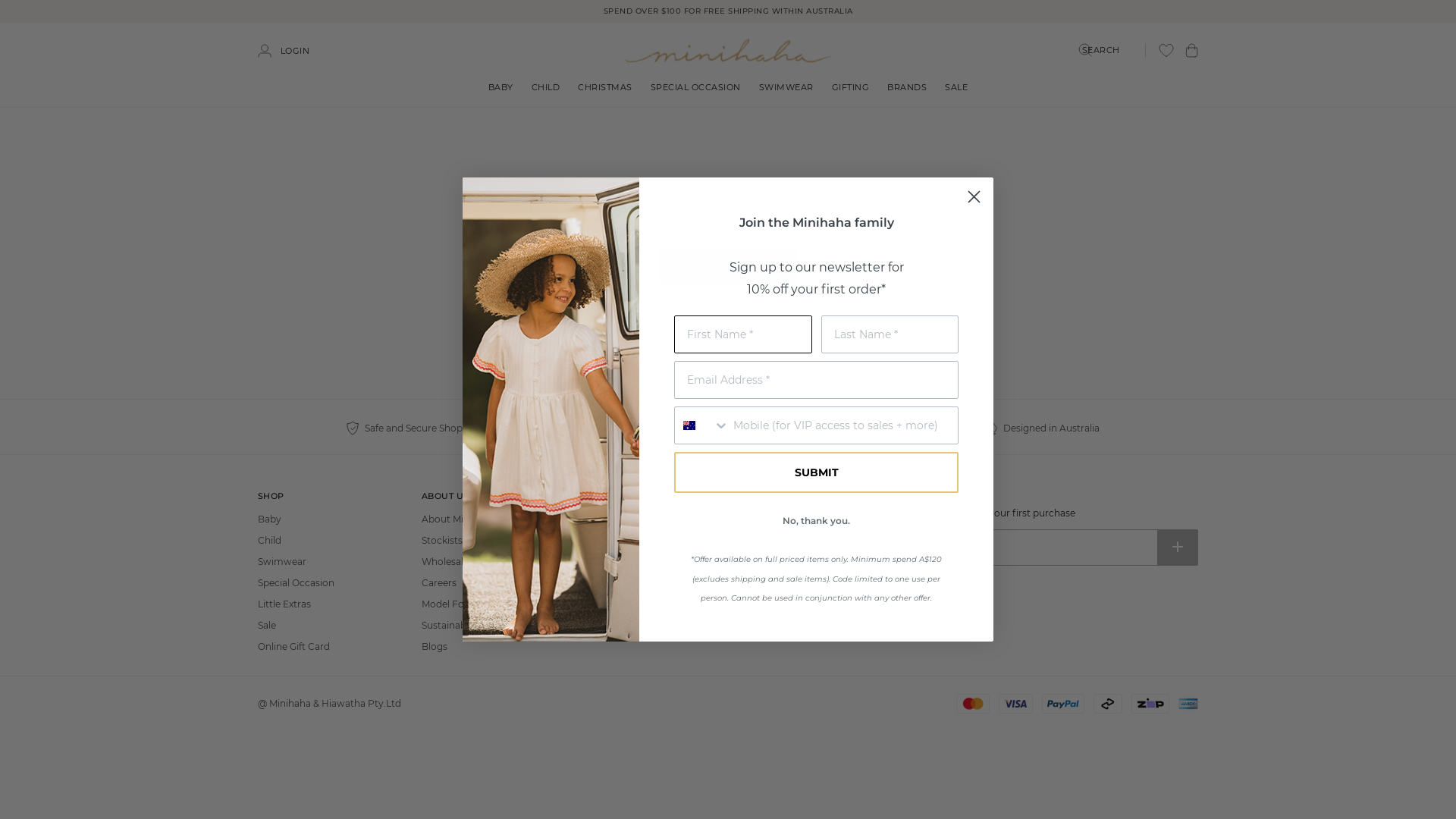  What do you see at coordinates (695, 84) in the screenshot?
I see `'SPECIAL OCCASION'` at bounding box center [695, 84].